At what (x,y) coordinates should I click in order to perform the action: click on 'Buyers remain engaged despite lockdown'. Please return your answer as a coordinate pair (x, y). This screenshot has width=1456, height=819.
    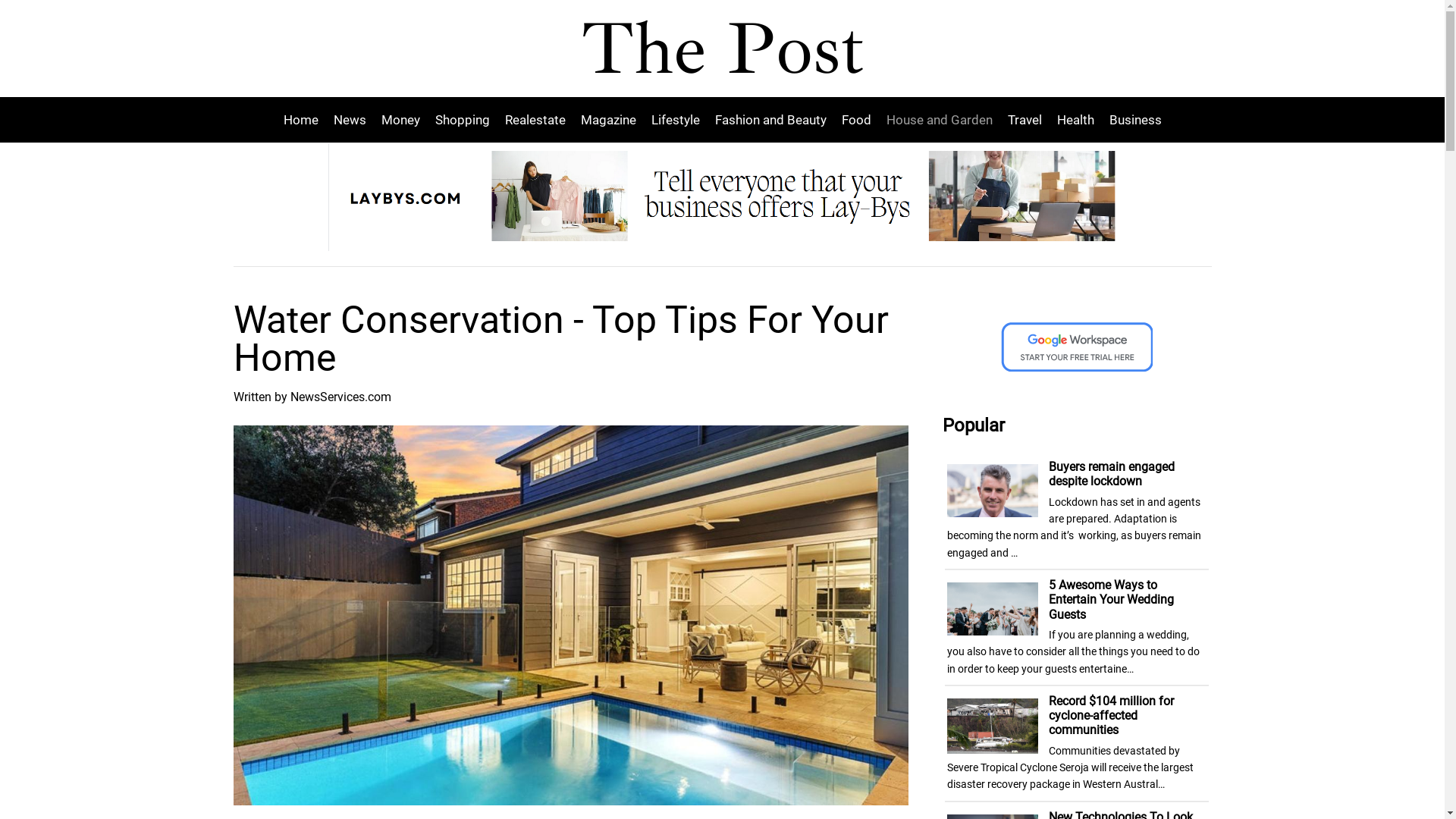
    Looking at the image, I should click on (1111, 472).